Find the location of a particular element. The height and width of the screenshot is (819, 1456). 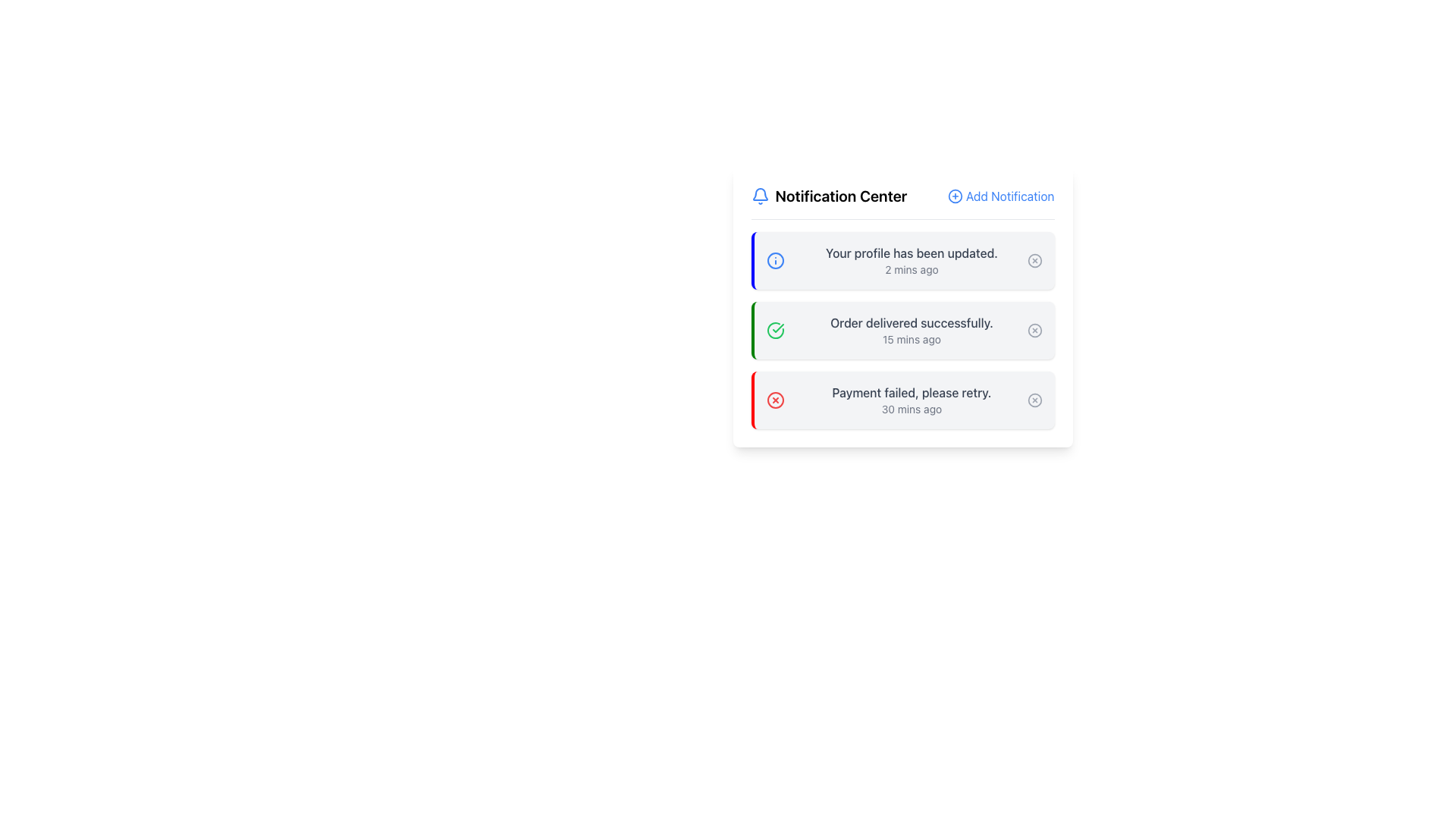

text label displaying '2 mins ago' that is positioned below the notification message 'Your profile has been updated.' in the Notification Center is located at coordinates (911, 268).